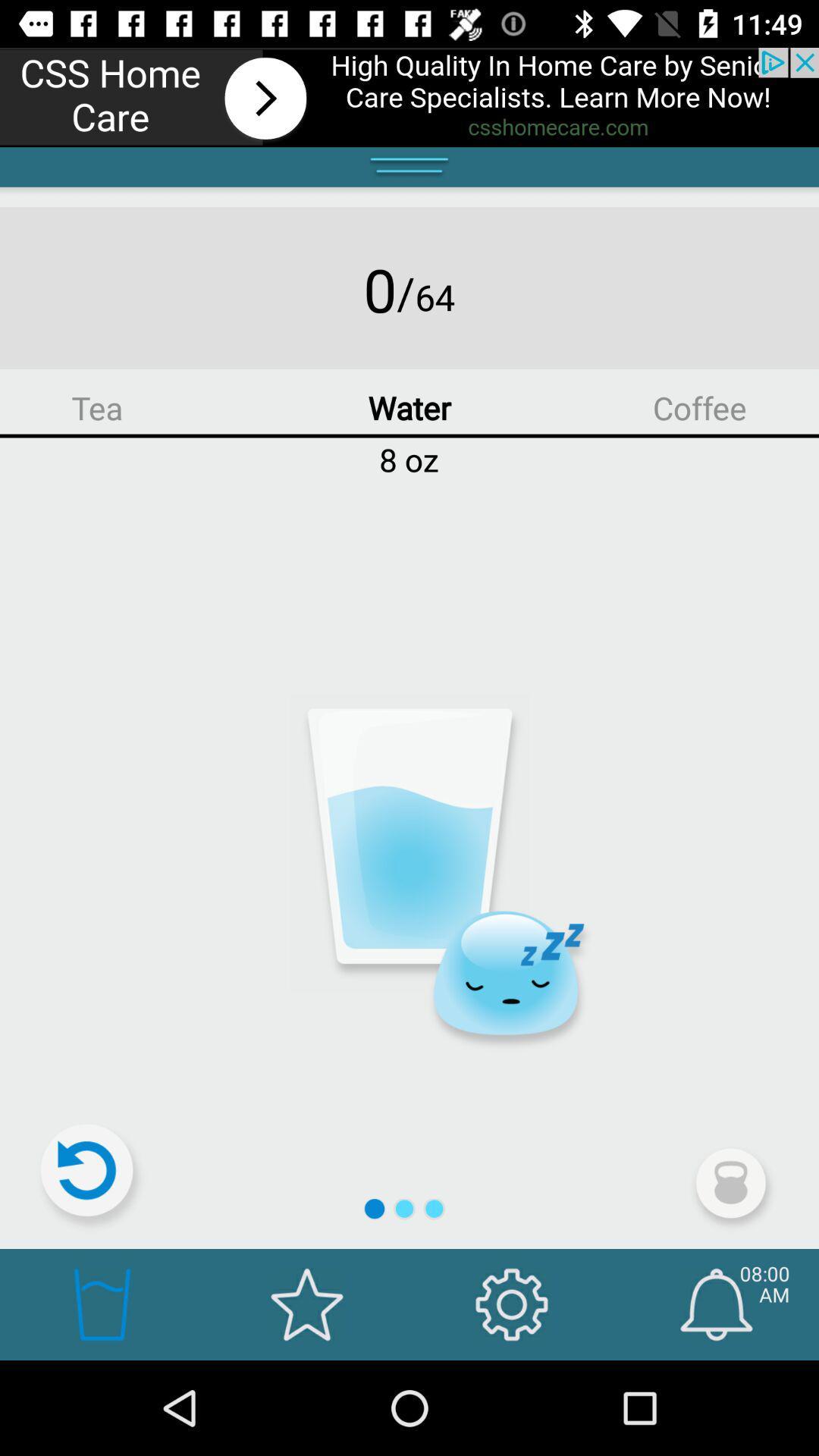 The height and width of the screenshot is (1456, 819). I want to click on advertisement, so click(409, 96).